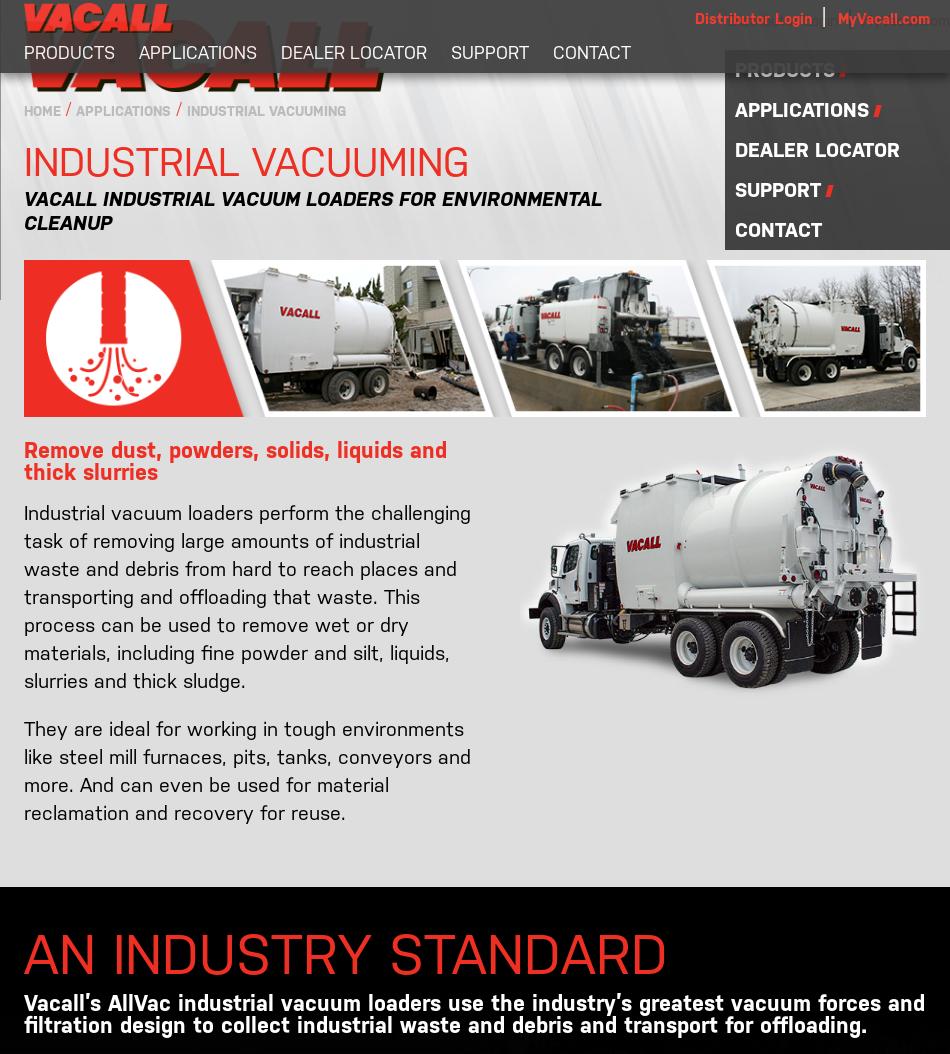  I want to click on '|', so click(846, 18).